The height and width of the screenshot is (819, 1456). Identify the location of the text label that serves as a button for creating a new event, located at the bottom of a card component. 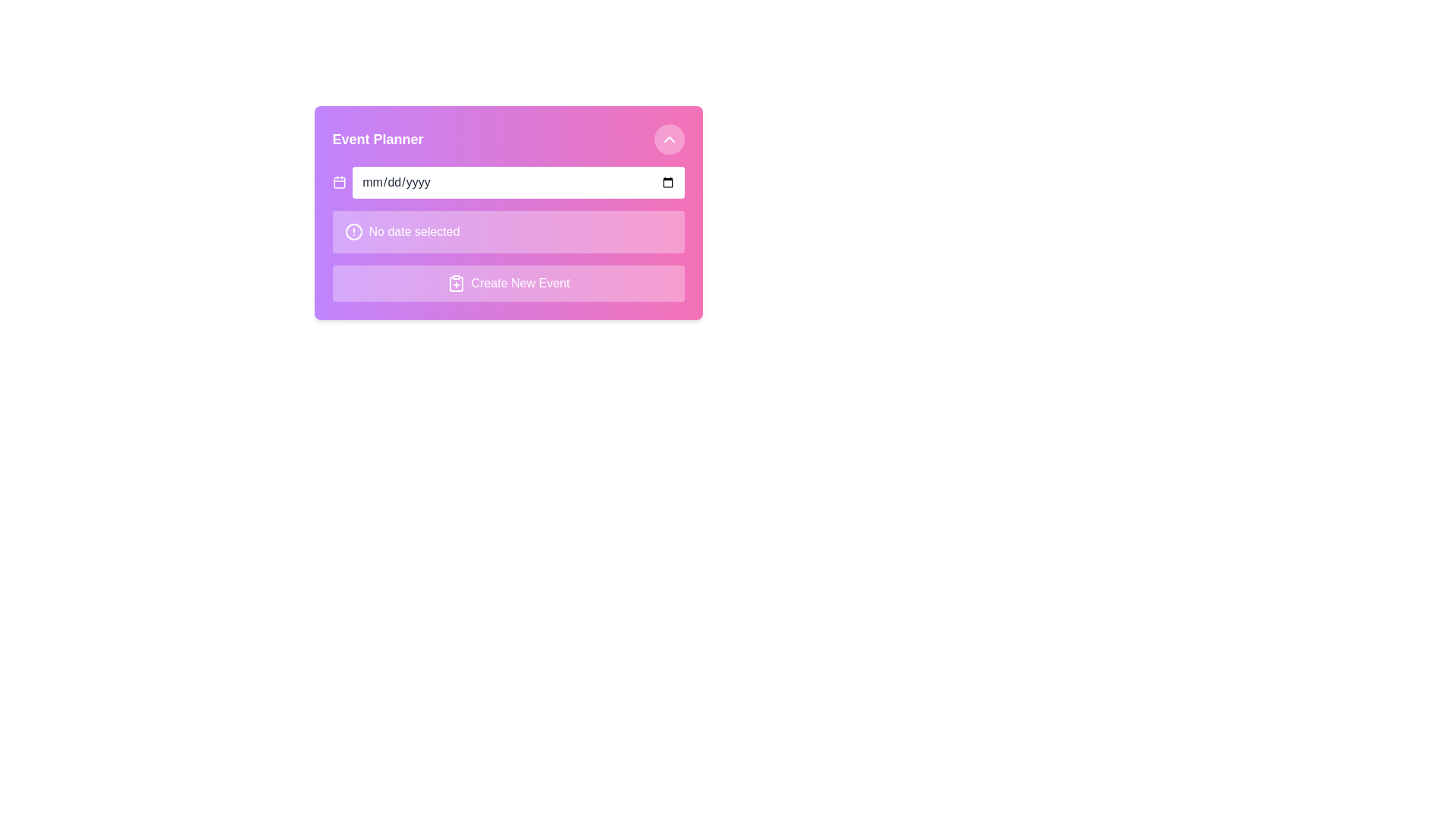
(520, 284).